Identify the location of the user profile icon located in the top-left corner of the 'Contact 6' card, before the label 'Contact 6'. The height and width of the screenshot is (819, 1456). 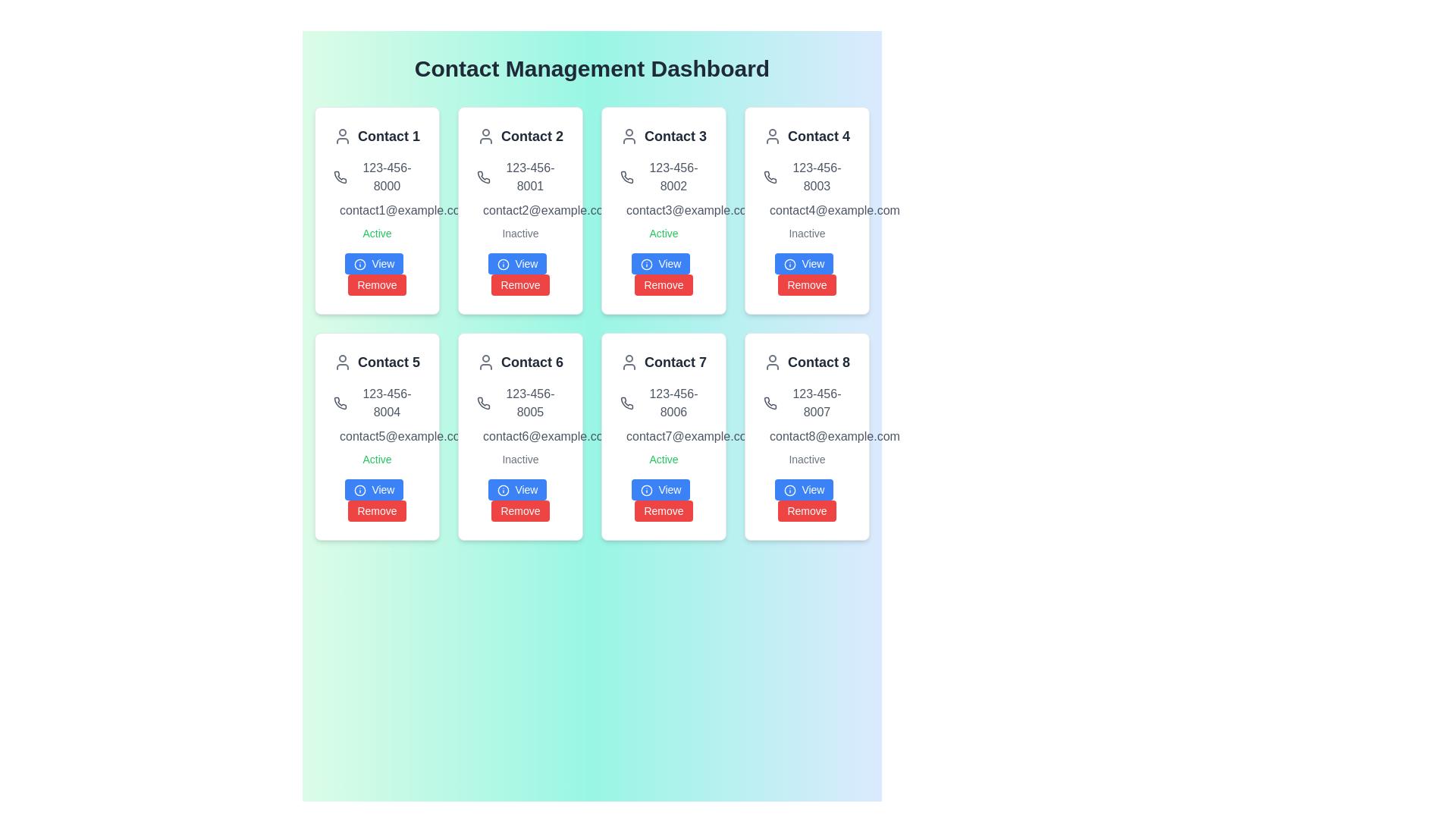
(486, 362).